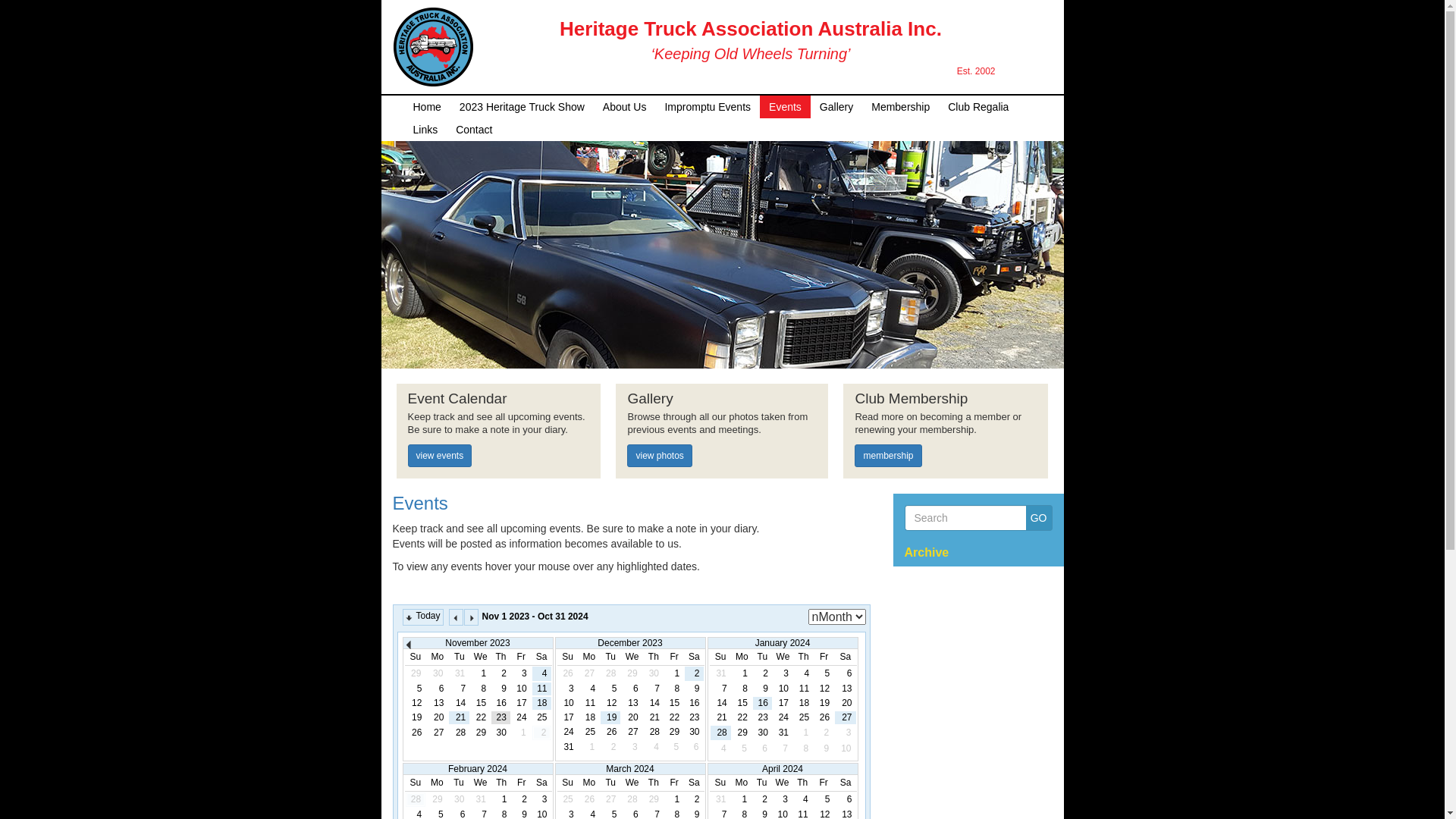  What do you see at coordinates (625, 106) in the screenshot?
I see `'About Us'` at bounding box center [625, 106].